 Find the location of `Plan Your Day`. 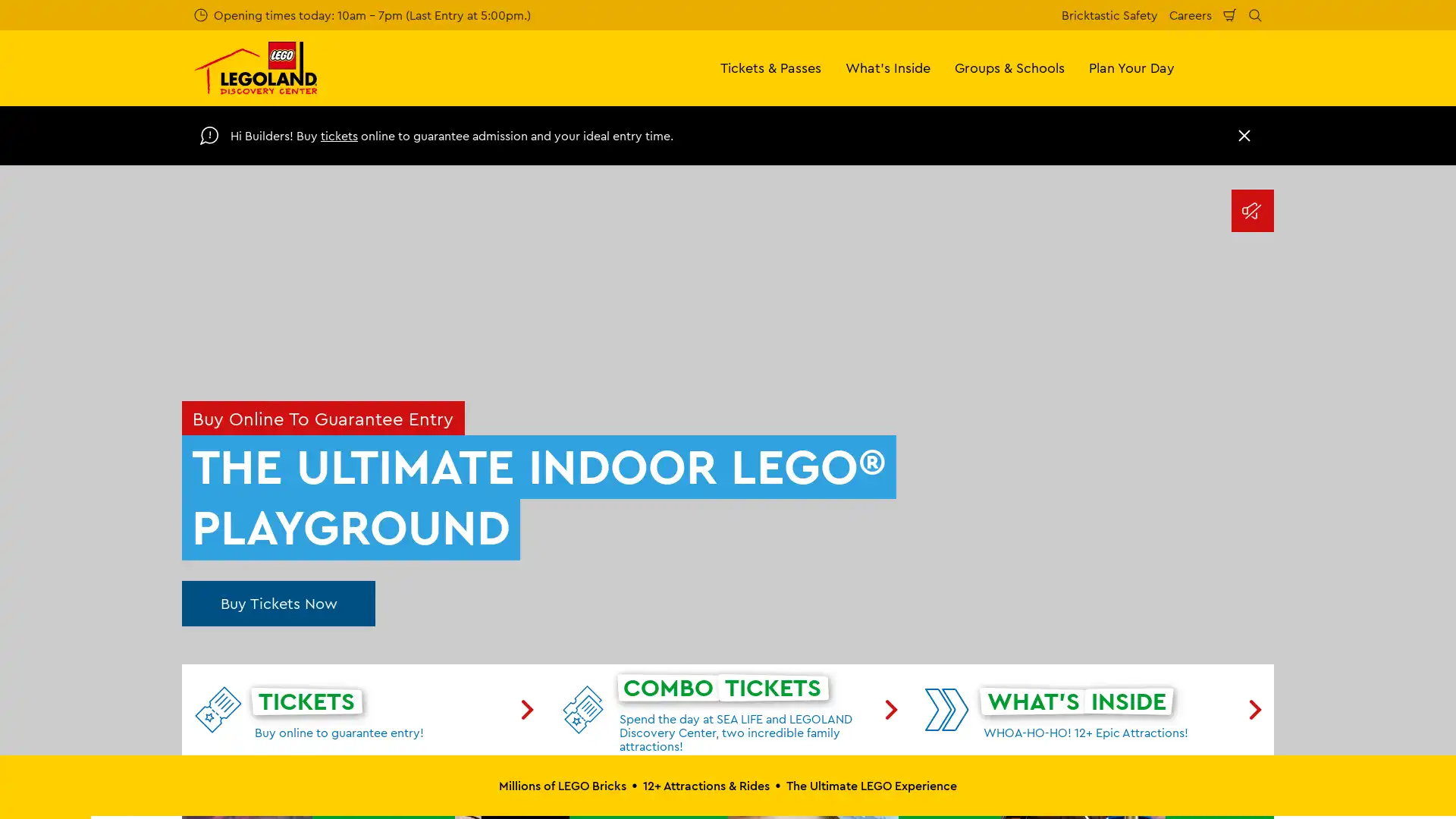

Plan Your Day is located at coordinates (1131, 67).